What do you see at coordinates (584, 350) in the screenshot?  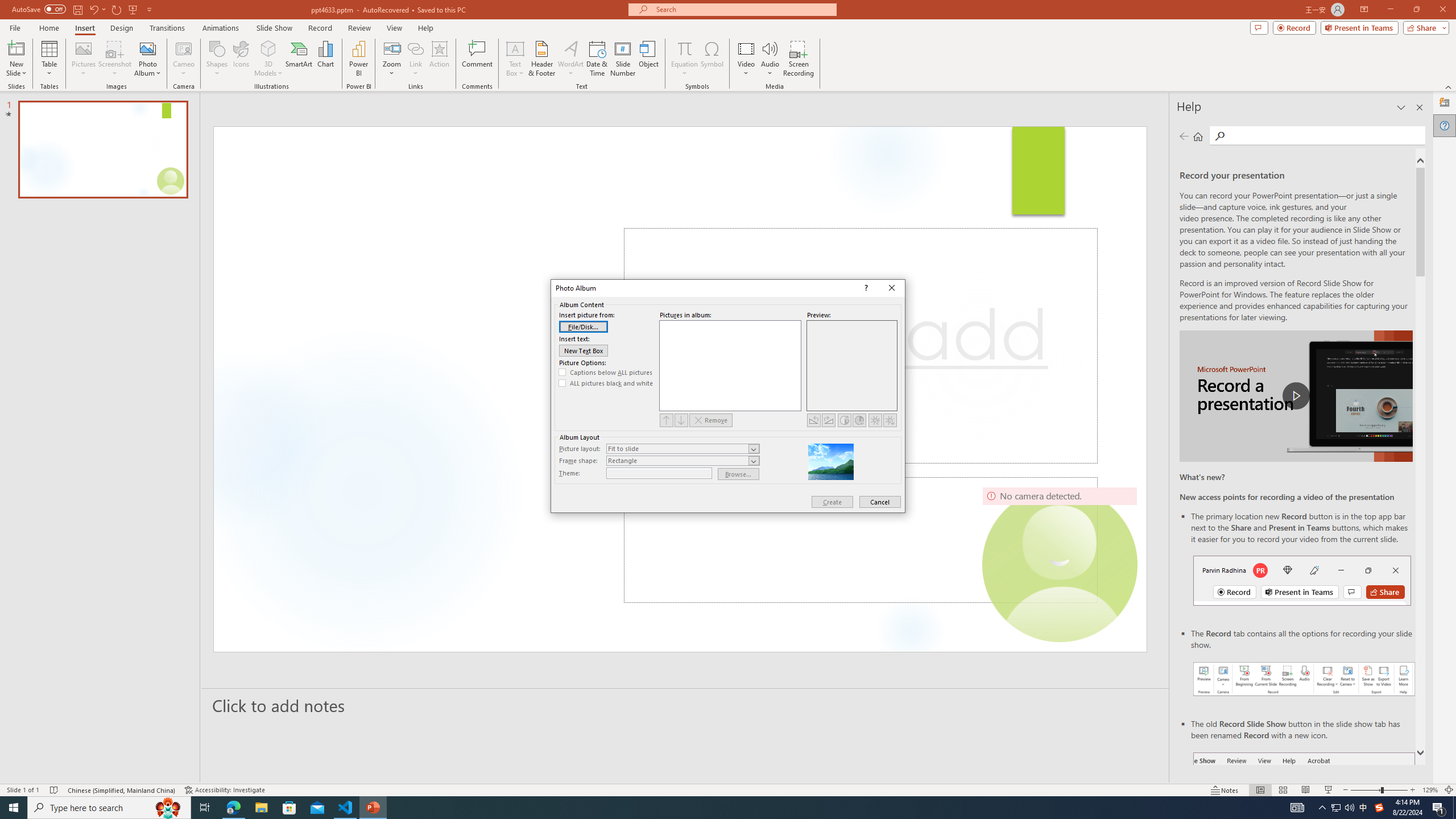 I see `'New Text Box'` at bounding box center [584, 350].